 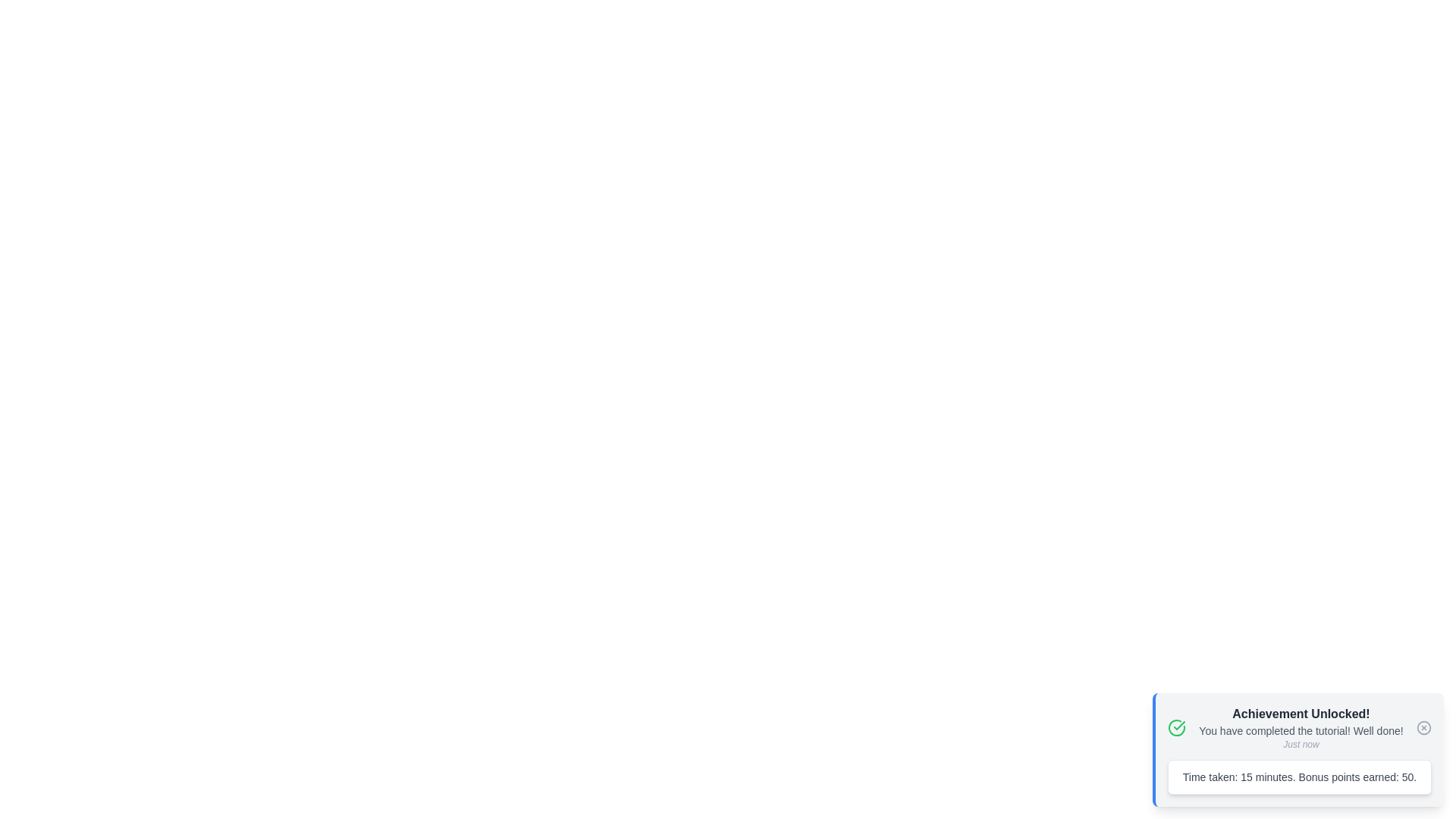 What do you see at coordinates (1423, 727) in the screenshot?
I see `the close button of the snackbar to dismiss it` at bounding box center [1423, 727].